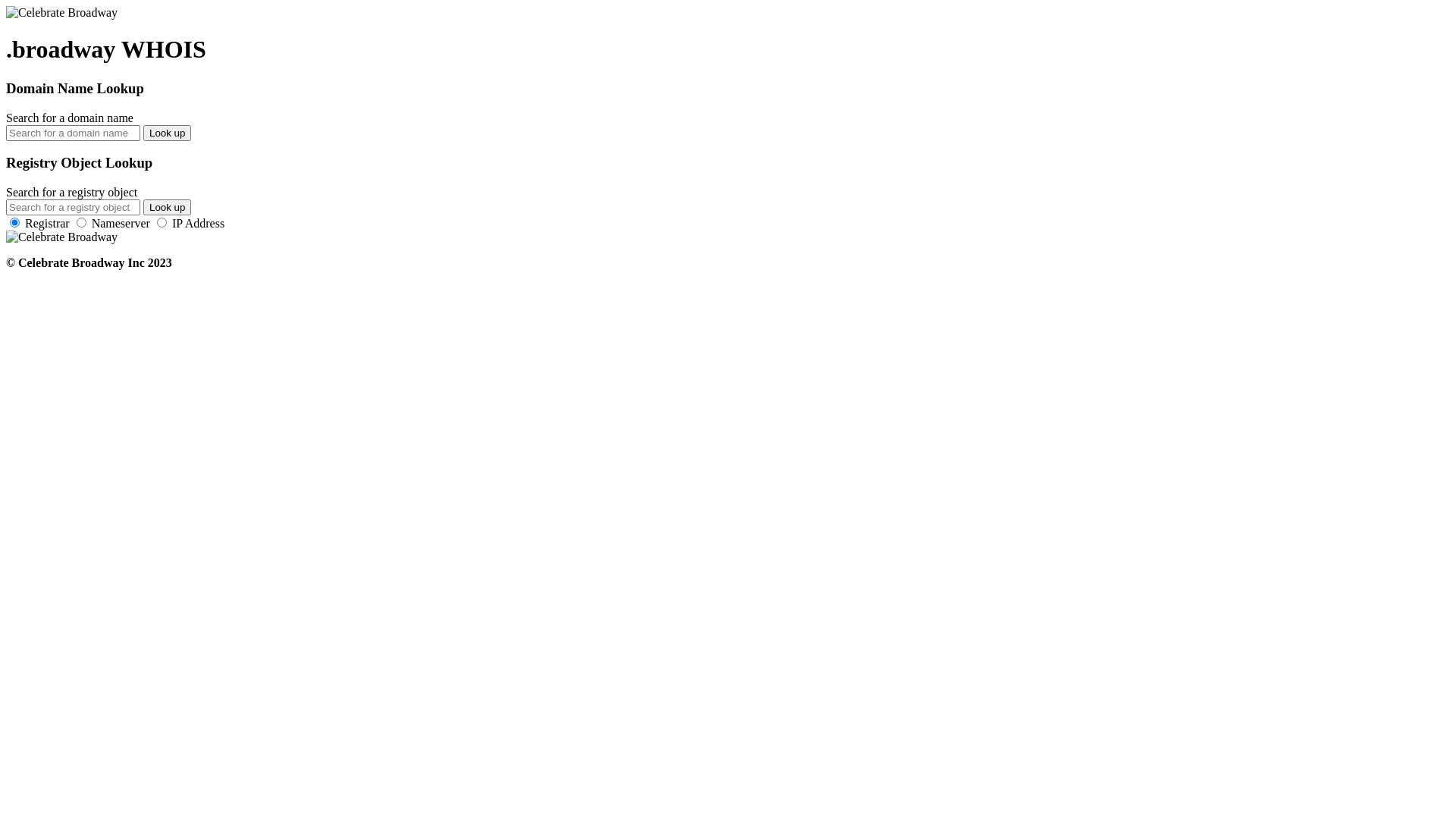 The width and height of the screenshot is (1456, 819). Describe the element at coordinates (167, 132) in the screenshot. I see `'Look up'` at that location.